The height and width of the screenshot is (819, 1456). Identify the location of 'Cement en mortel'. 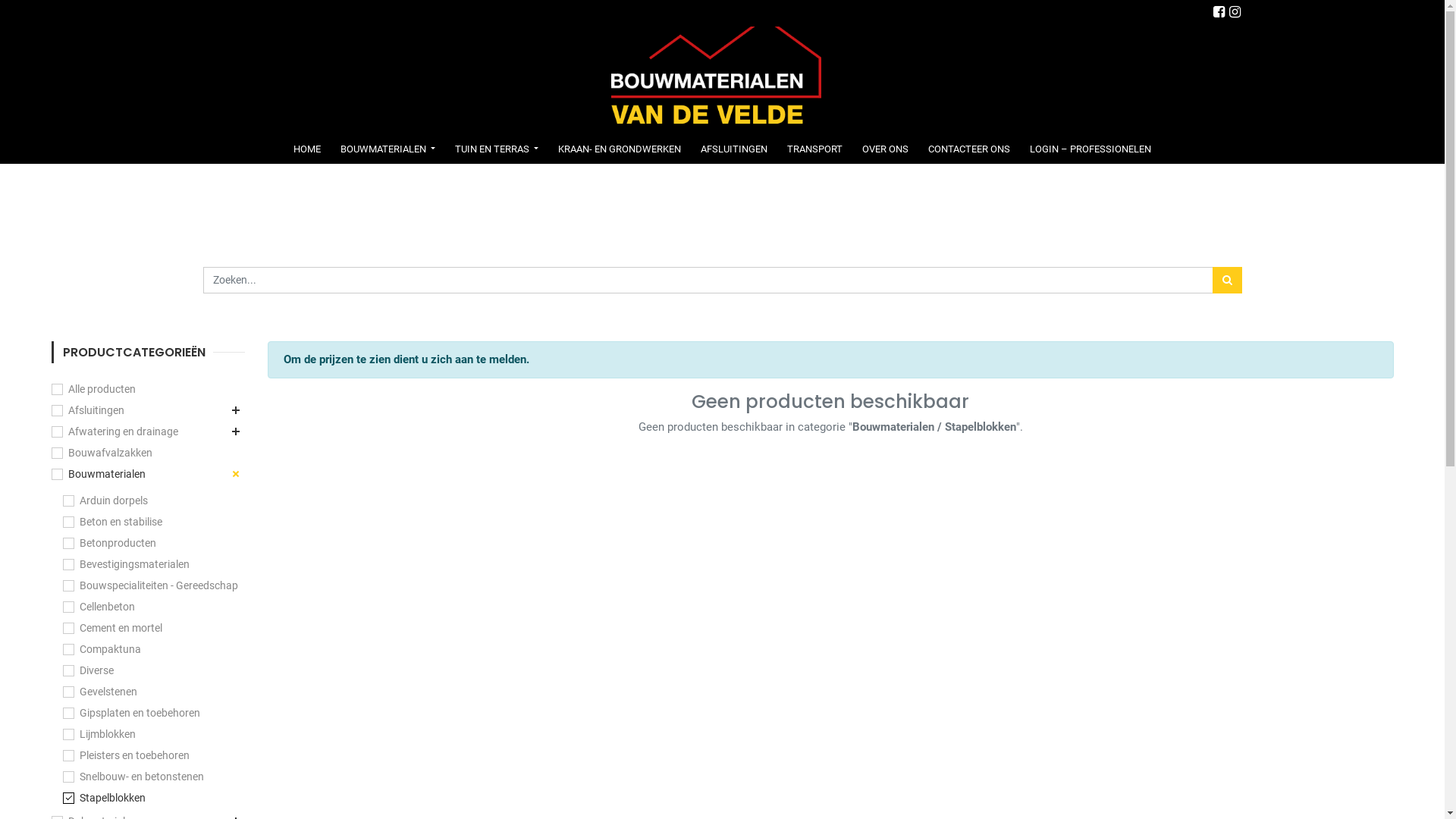
(111, 628).